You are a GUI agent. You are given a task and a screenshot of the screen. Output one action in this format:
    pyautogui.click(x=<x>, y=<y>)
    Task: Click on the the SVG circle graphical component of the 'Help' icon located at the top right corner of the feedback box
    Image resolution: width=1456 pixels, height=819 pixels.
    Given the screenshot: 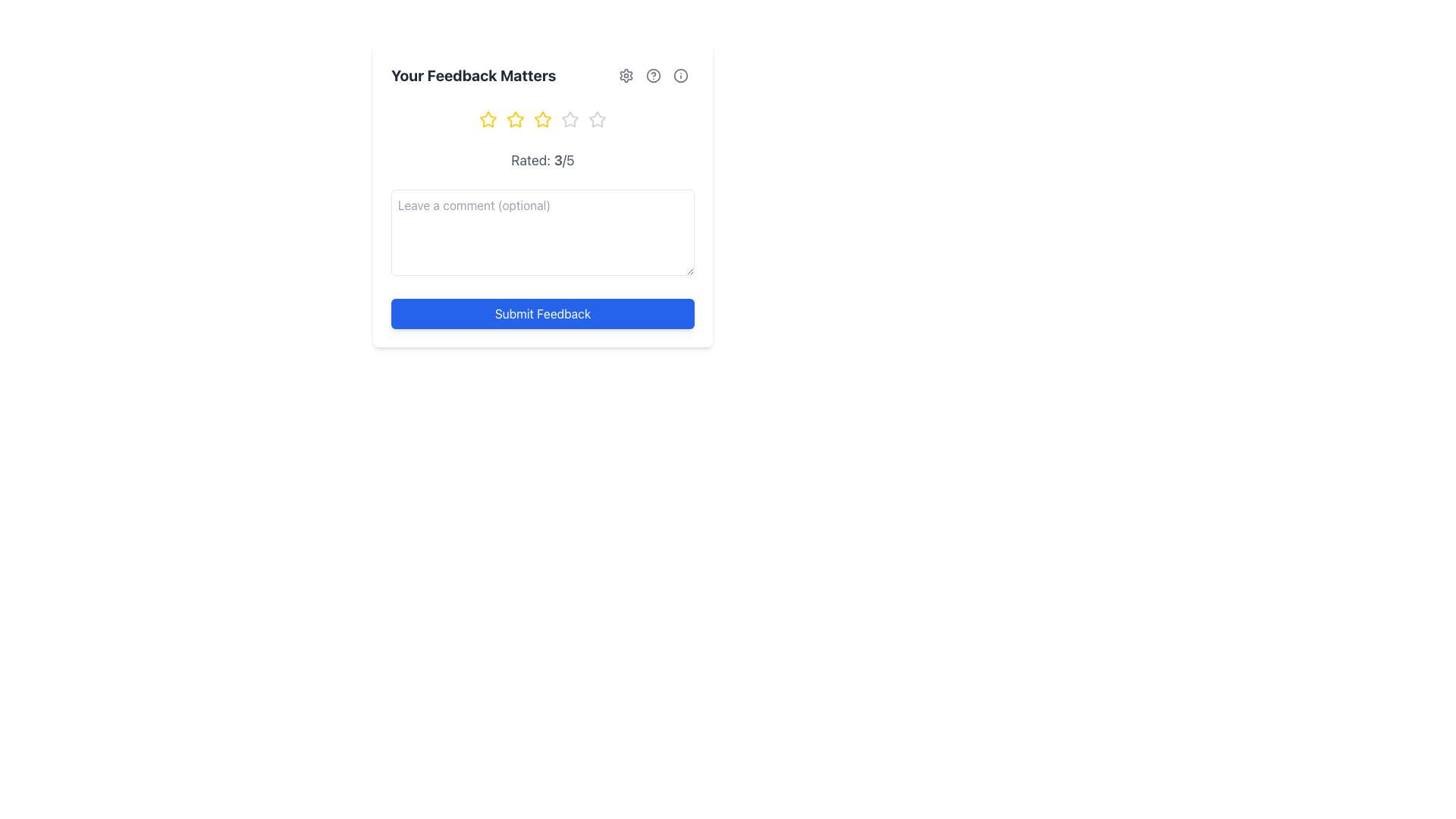 What is the action you would take?
    pyautogui.click(x=654, y=76)
    